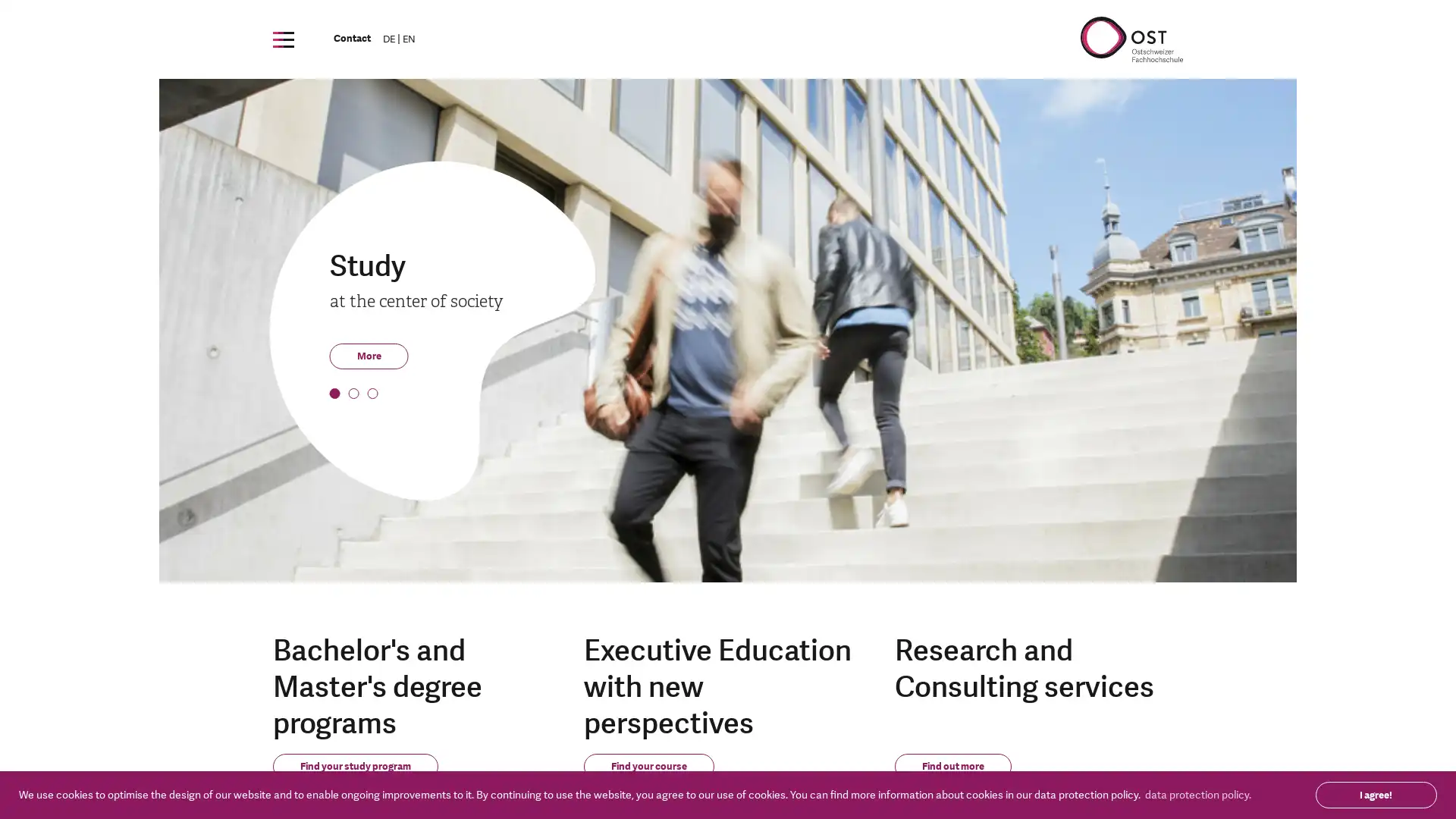  I want to click on 1, so click(337, 443).